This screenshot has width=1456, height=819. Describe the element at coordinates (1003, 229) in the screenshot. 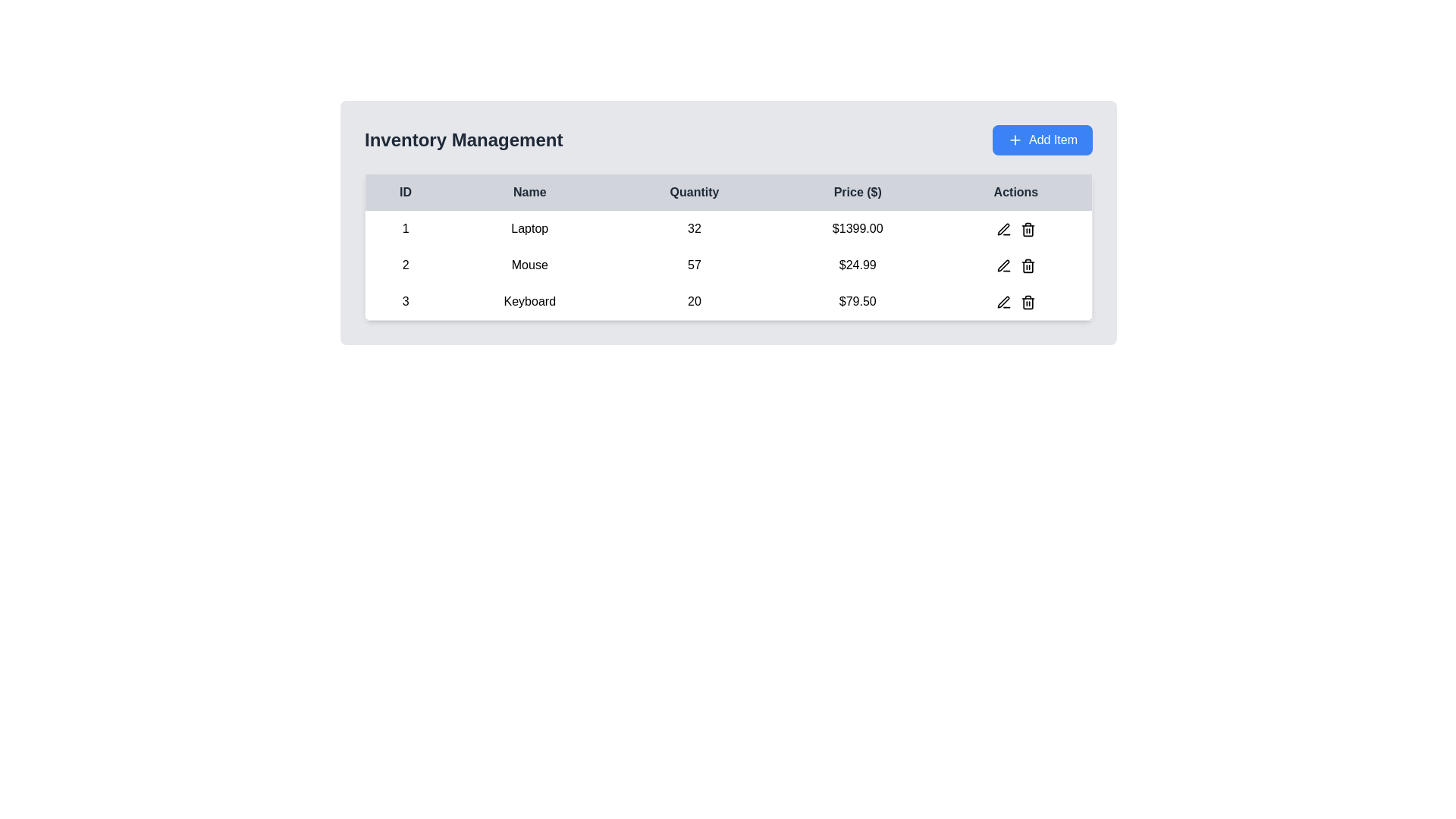

I see `the pen icon located in the first row of the 'Actions' column` at that location.